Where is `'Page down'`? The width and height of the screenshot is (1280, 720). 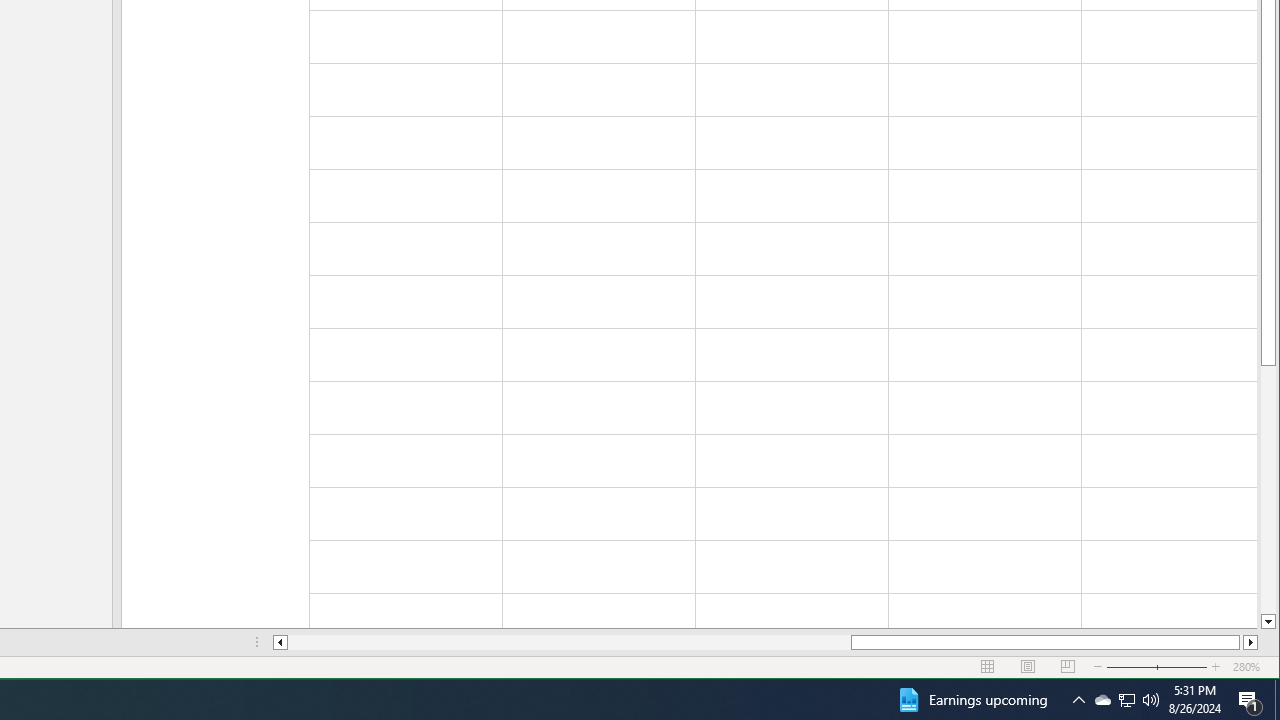 'Page down' is located at coordinates (1267, 489).